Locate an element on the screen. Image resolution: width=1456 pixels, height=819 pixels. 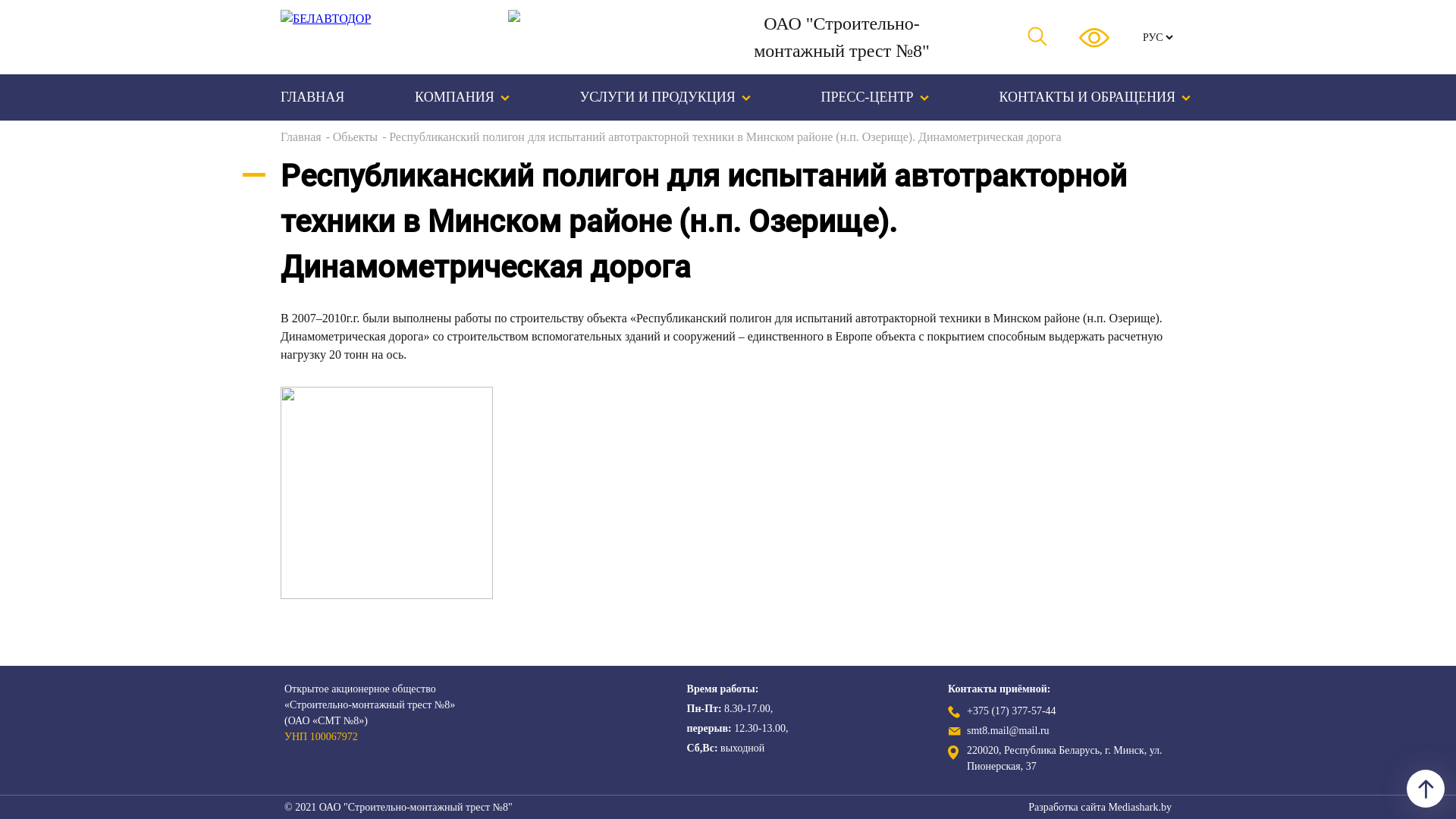
'smt8.mail@mail.ru' is located at coordinates (966, 730).